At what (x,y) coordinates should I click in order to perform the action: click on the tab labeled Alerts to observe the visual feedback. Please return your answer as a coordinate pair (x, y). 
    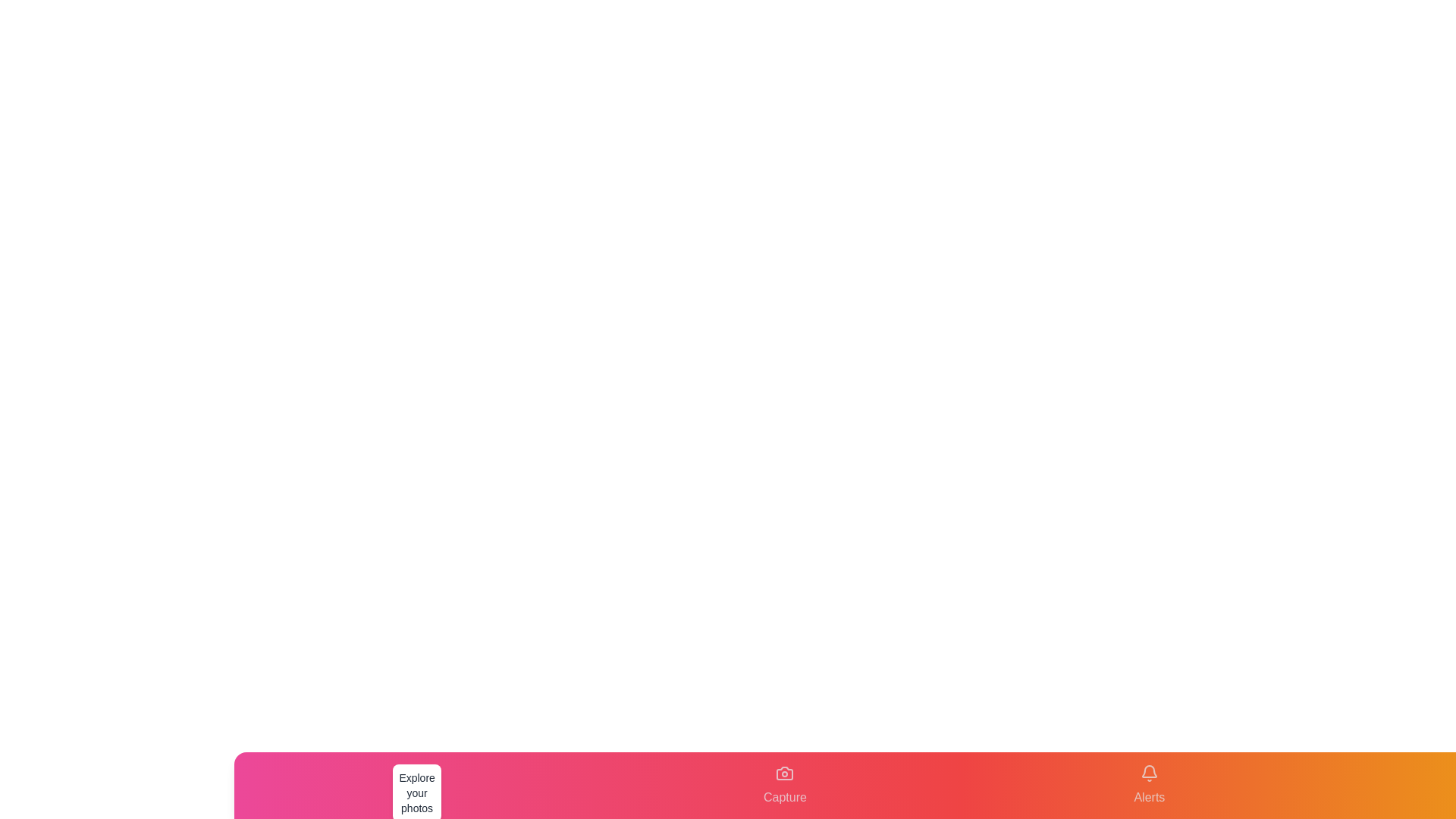
    Looking at the image, I should click on (1149, 785).